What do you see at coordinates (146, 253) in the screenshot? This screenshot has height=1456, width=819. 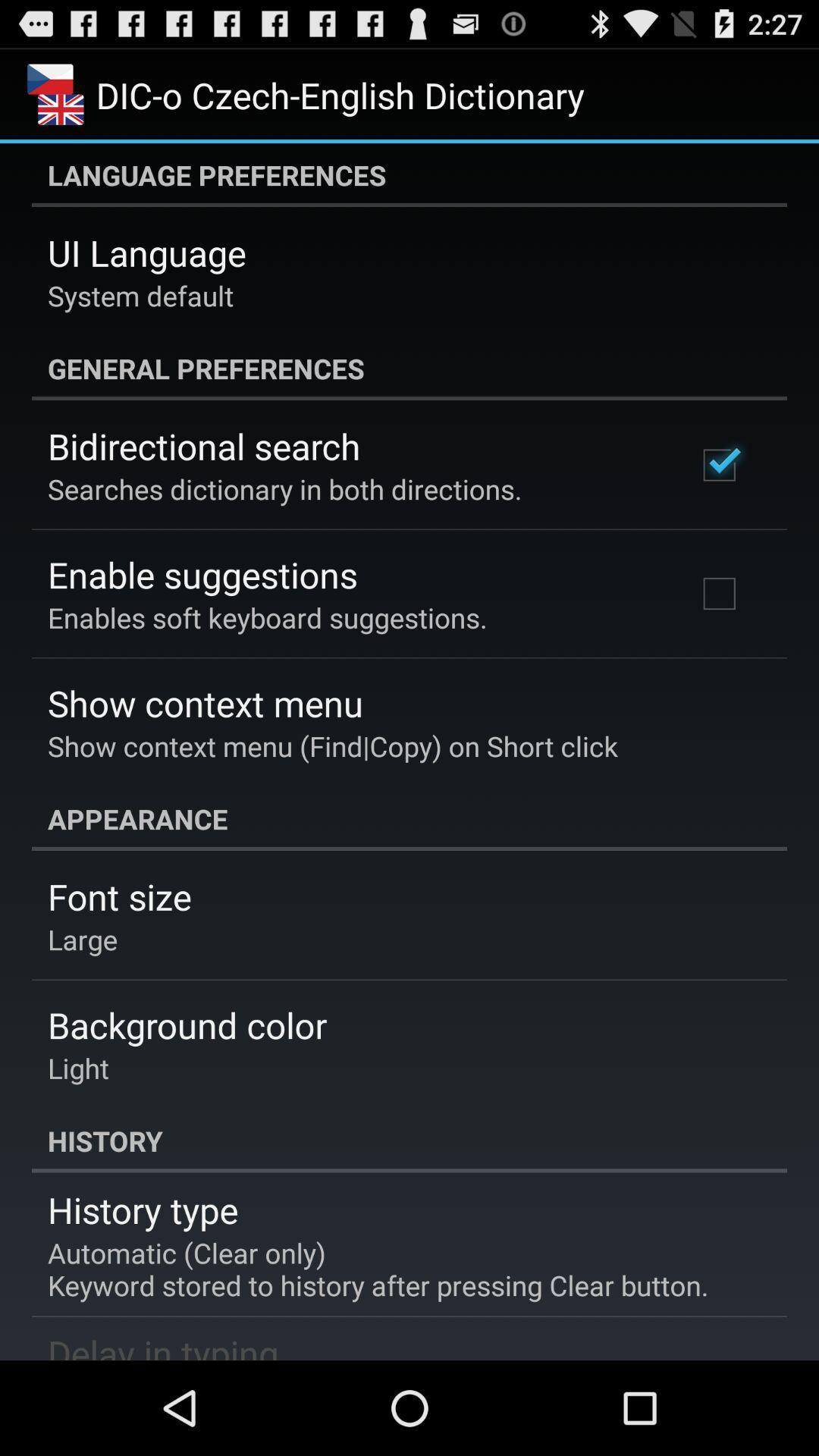 I see `item above system default` at bounding box center [146, 253].